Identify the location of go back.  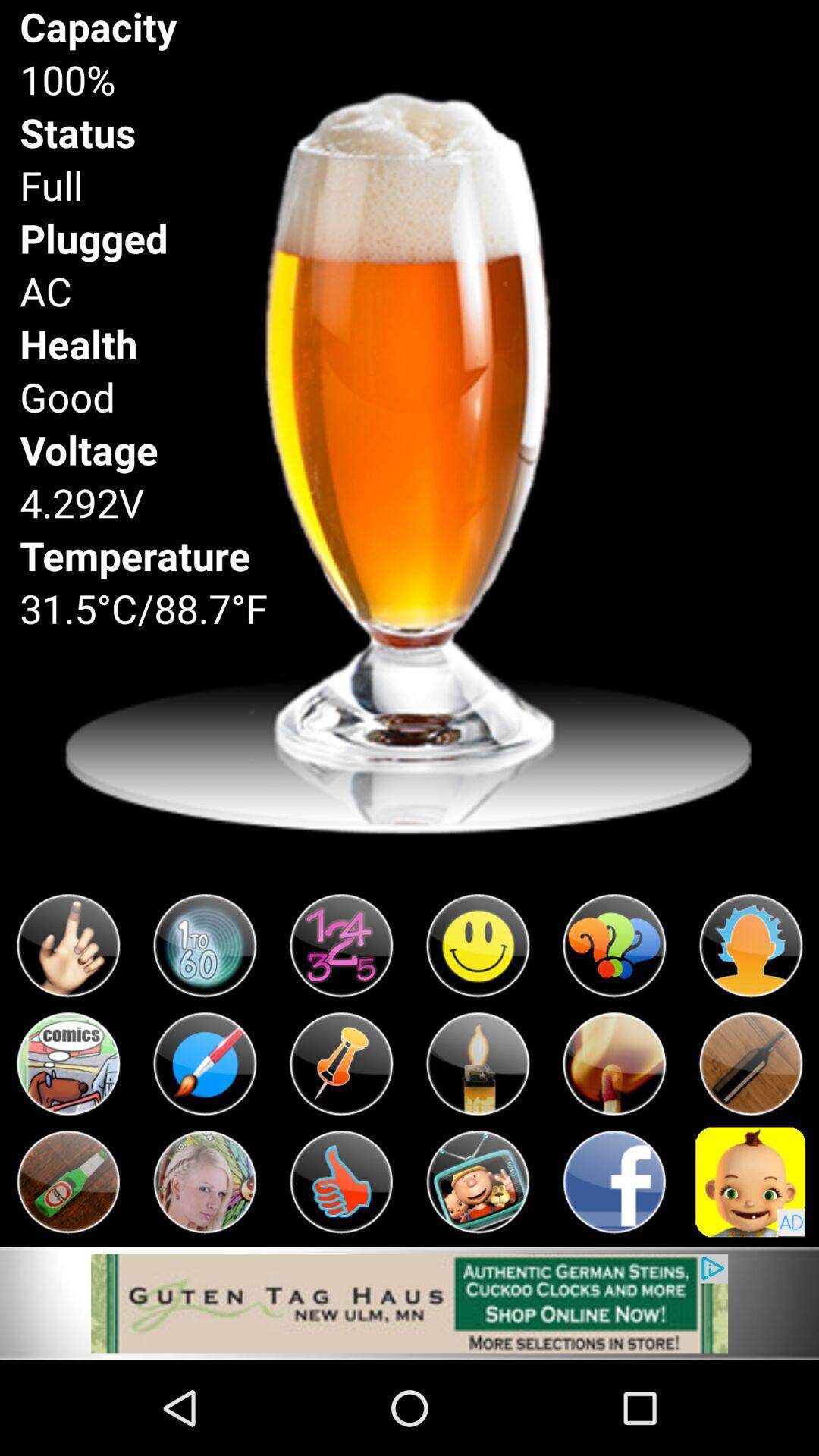
(614, 1181).